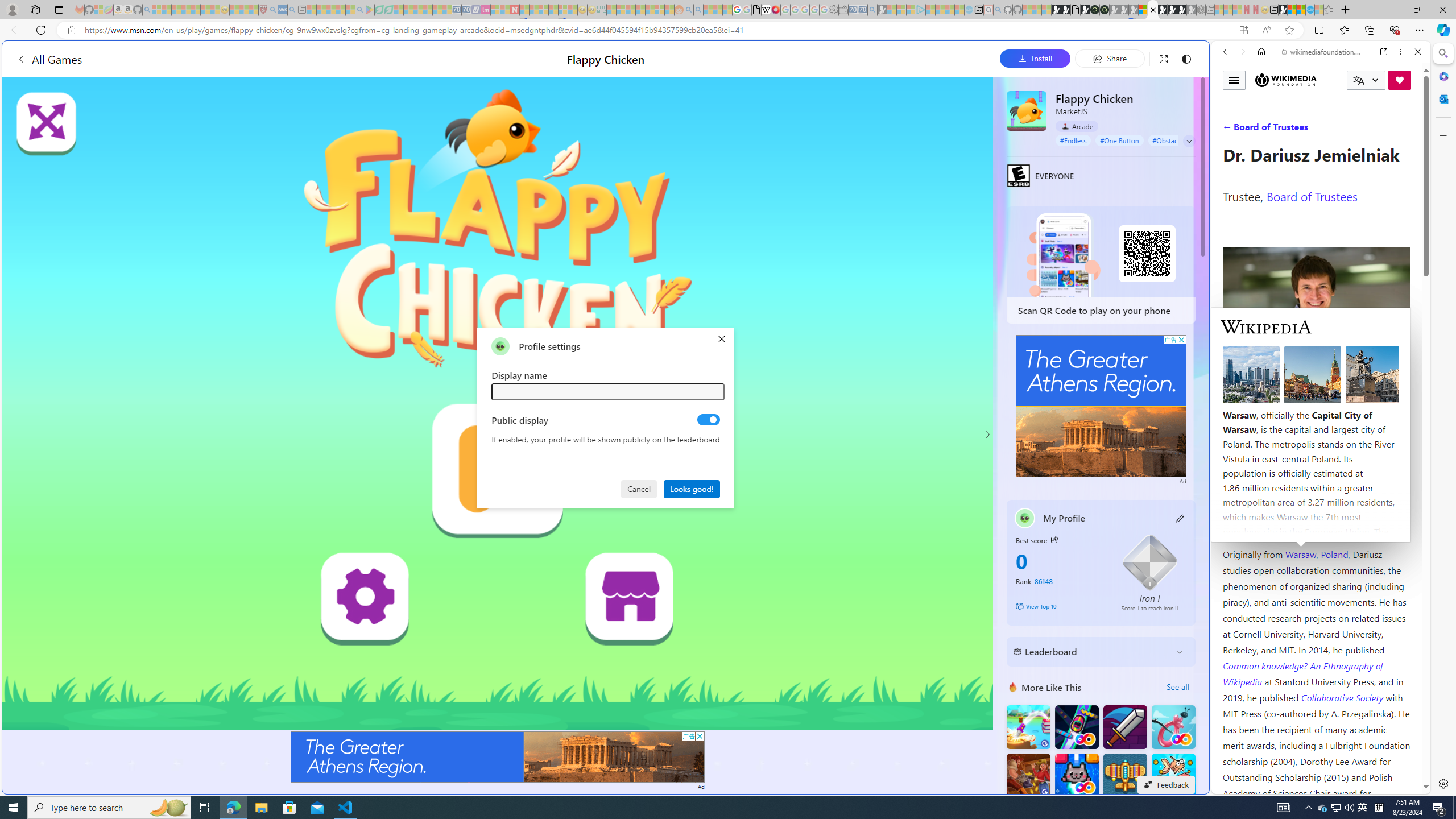 Image resolution: width=1456 pixels, height=819 pixels. What do you see at coordinates (1166, 784) in the screenshot?
I see `'Feedback'` at bounding box center [1166, 784].